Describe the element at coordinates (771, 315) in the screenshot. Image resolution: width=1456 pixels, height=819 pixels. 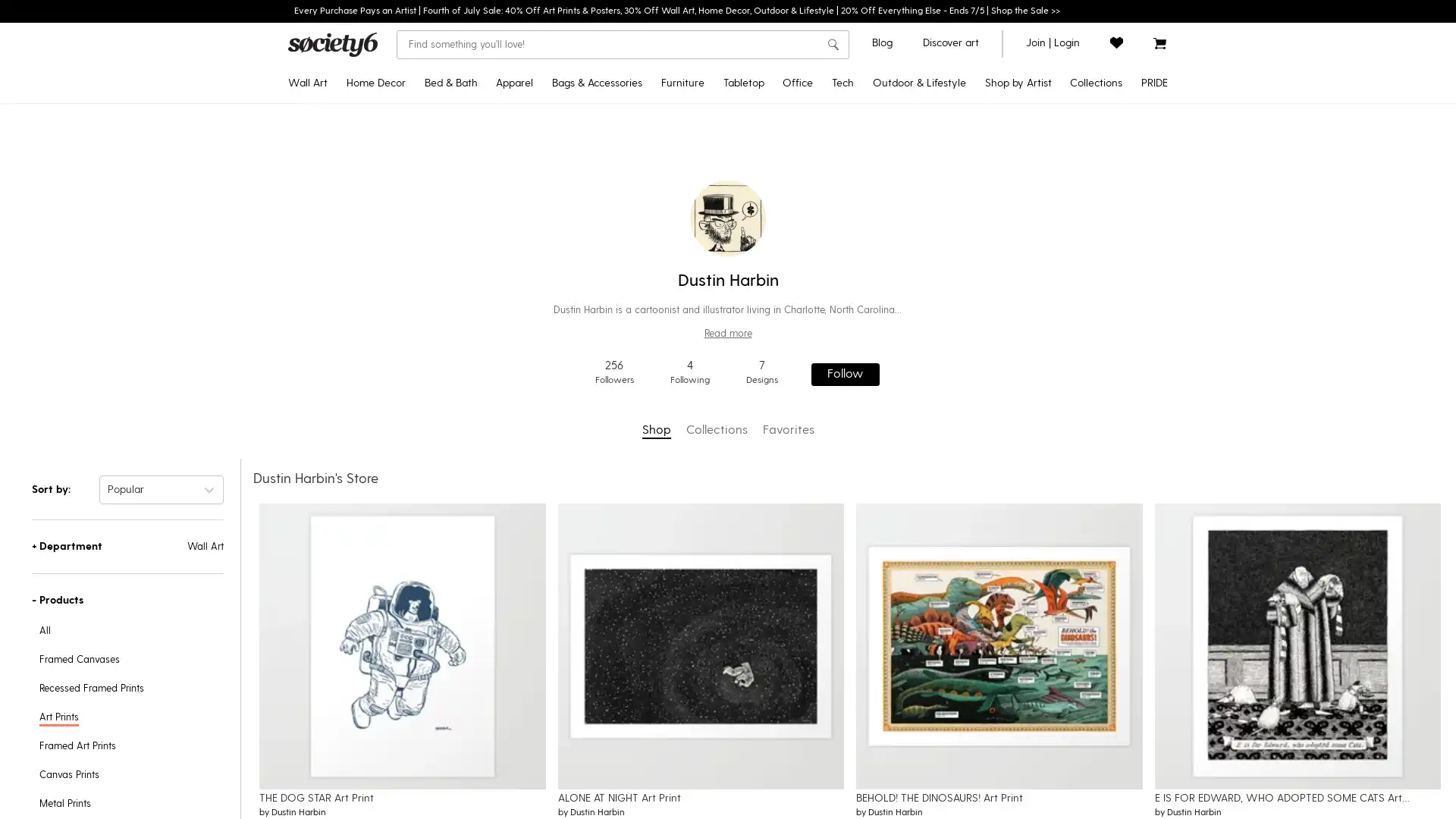
I see `Cutting Boards` at that location.